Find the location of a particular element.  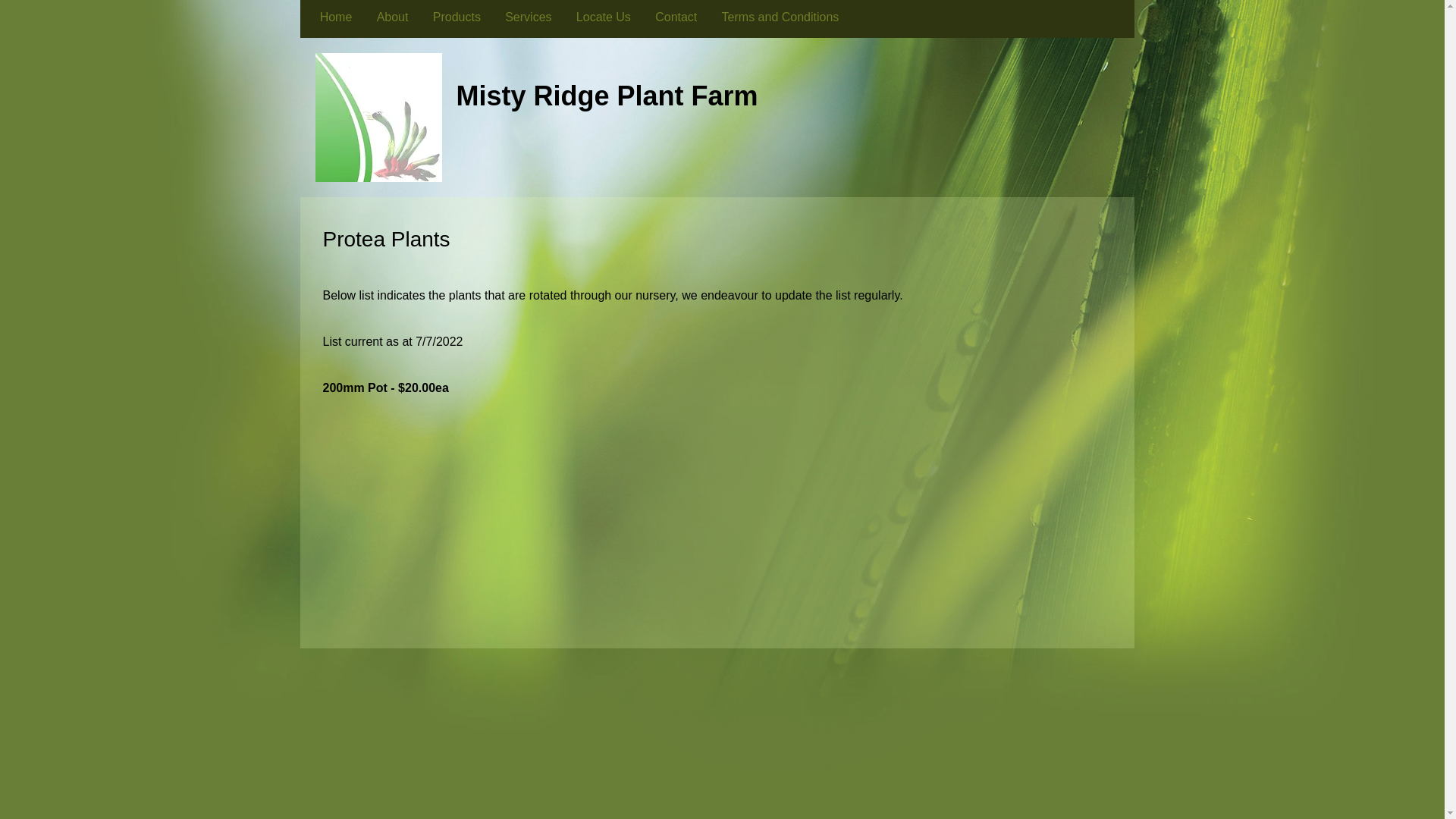

'Locate Us' is located at coordinates (603, 17).